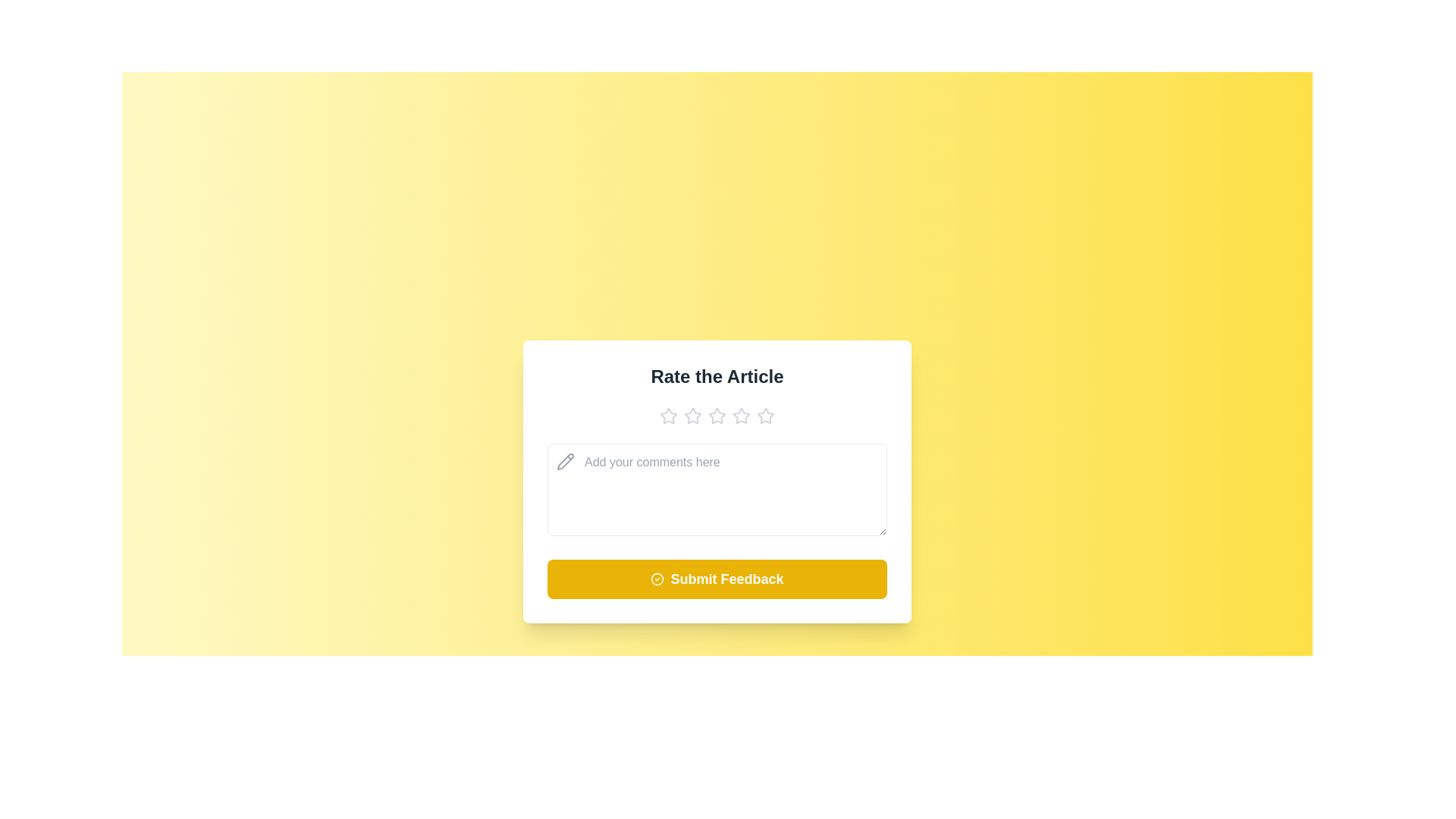  What do you see at coordinates (765, 415) in the screenshot?
I see `the fifth star icon used for ratings located centrally below the heading 'Rate the Article'` at bounding box center [765, 415].